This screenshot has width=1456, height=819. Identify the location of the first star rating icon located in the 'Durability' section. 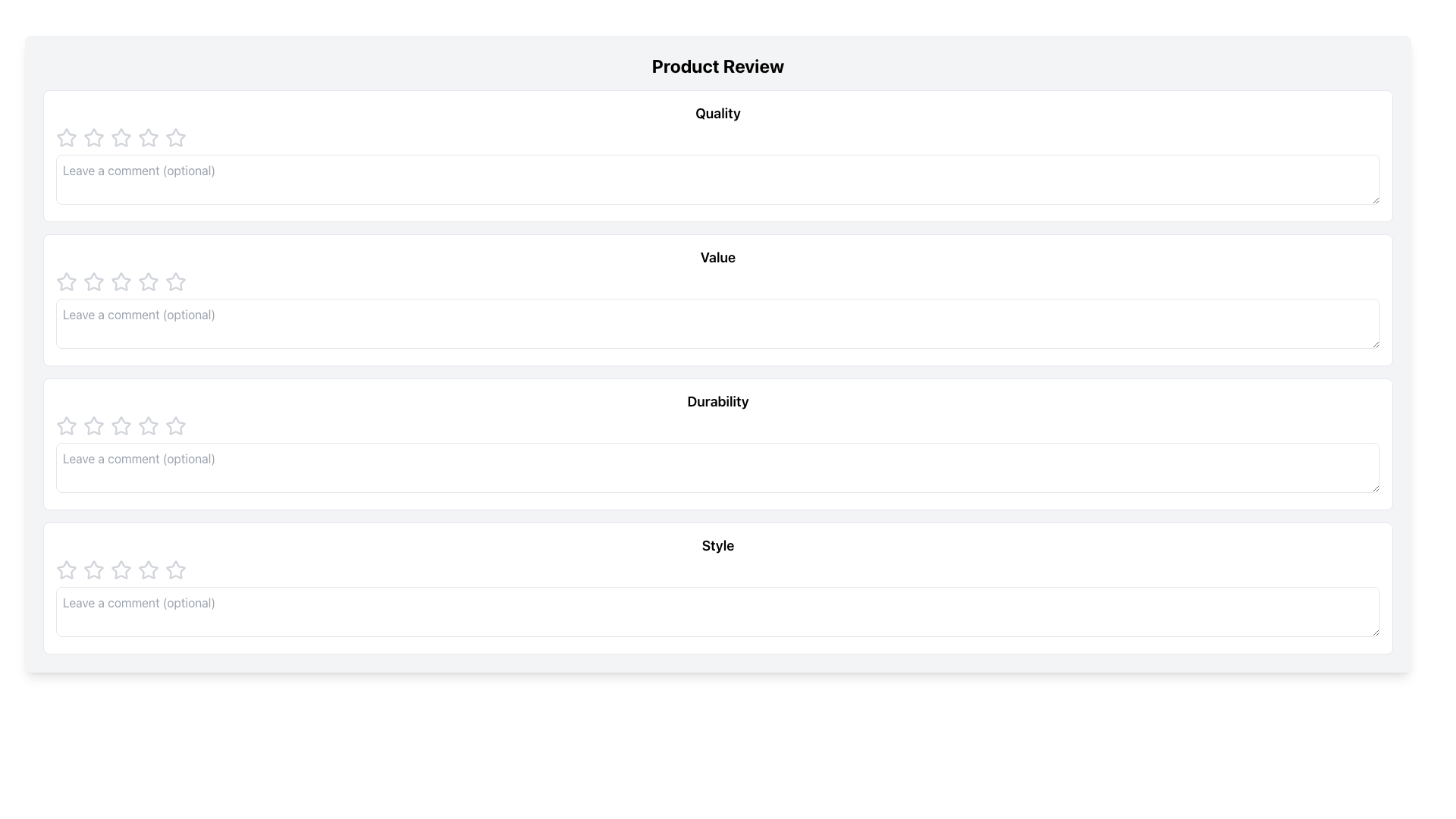
(65, 425).